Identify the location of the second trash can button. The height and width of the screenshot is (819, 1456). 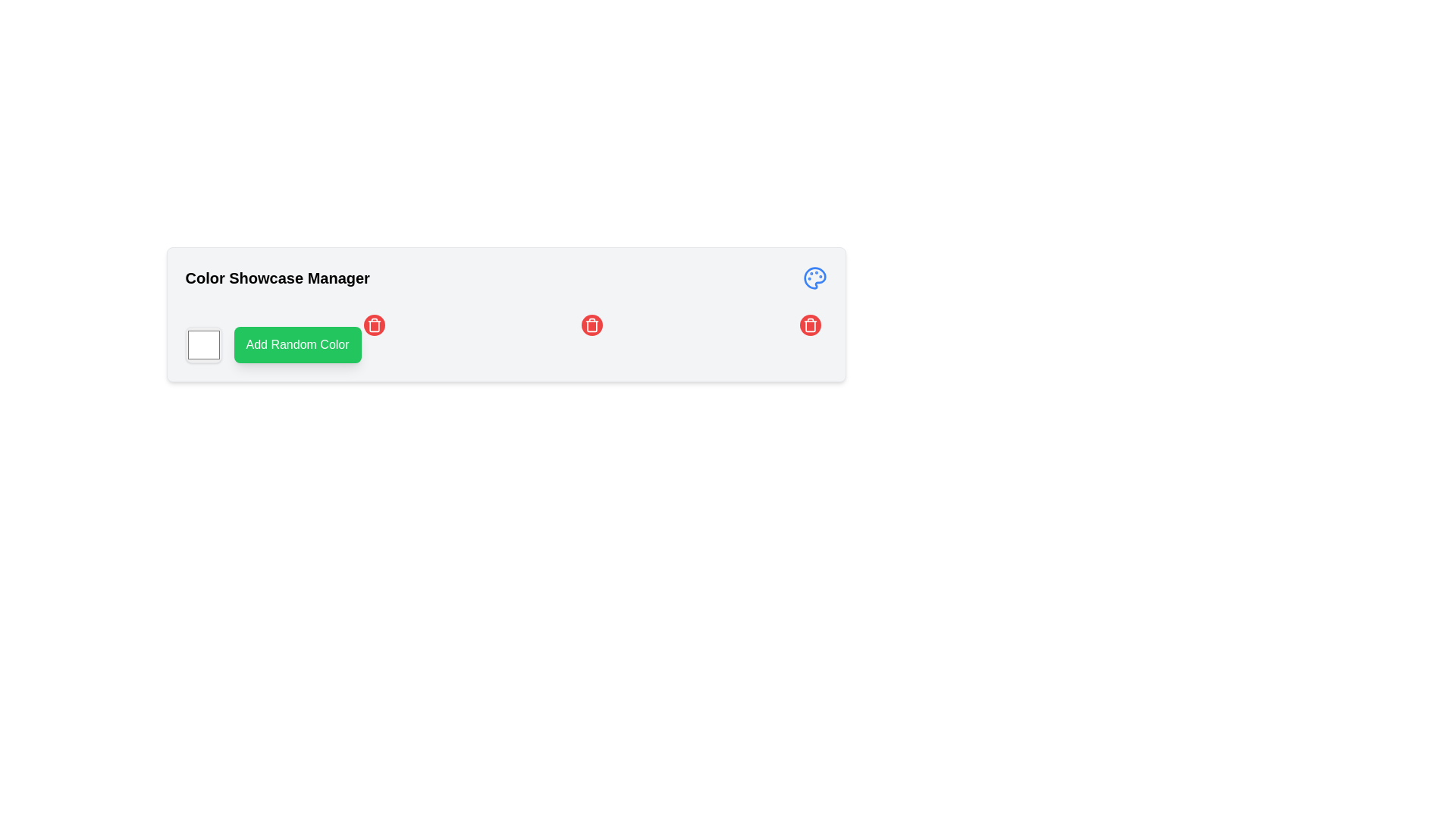
(591, 324).